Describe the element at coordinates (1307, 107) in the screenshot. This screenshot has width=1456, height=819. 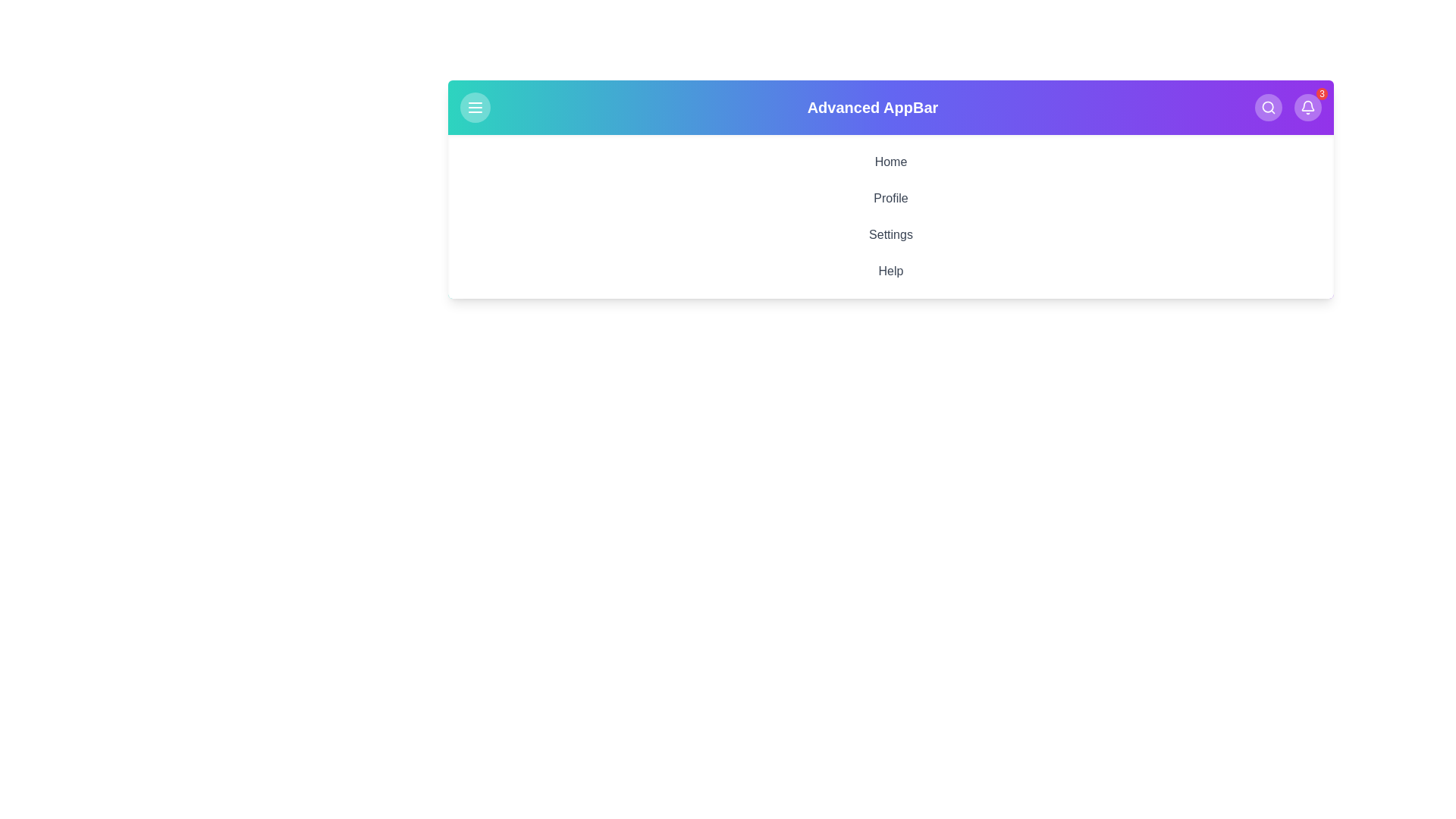
I see `the notification button located at the top-right corner of the app bar` at that location.